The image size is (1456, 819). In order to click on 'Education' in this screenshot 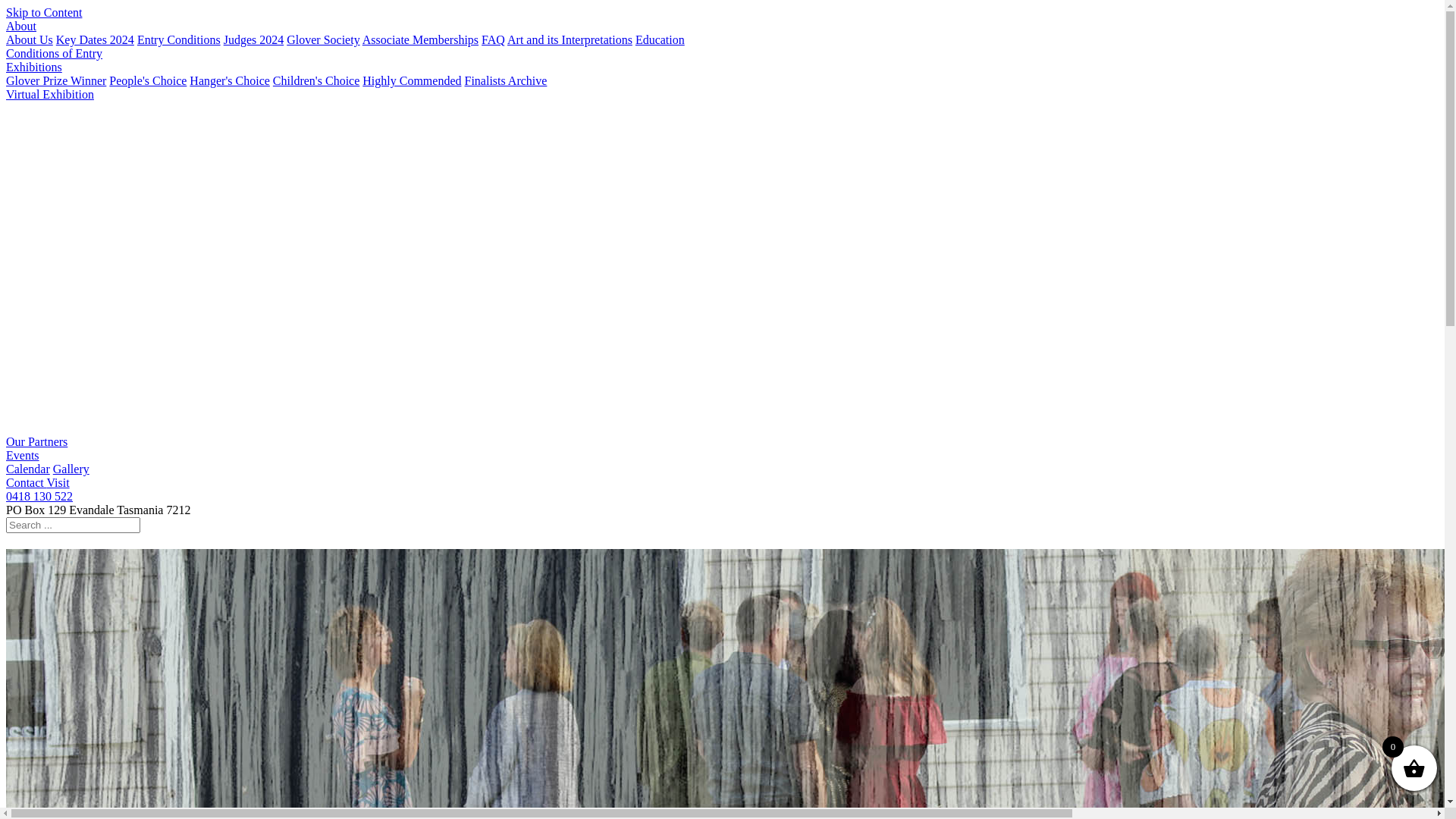, I will do `click(660, 39)`.